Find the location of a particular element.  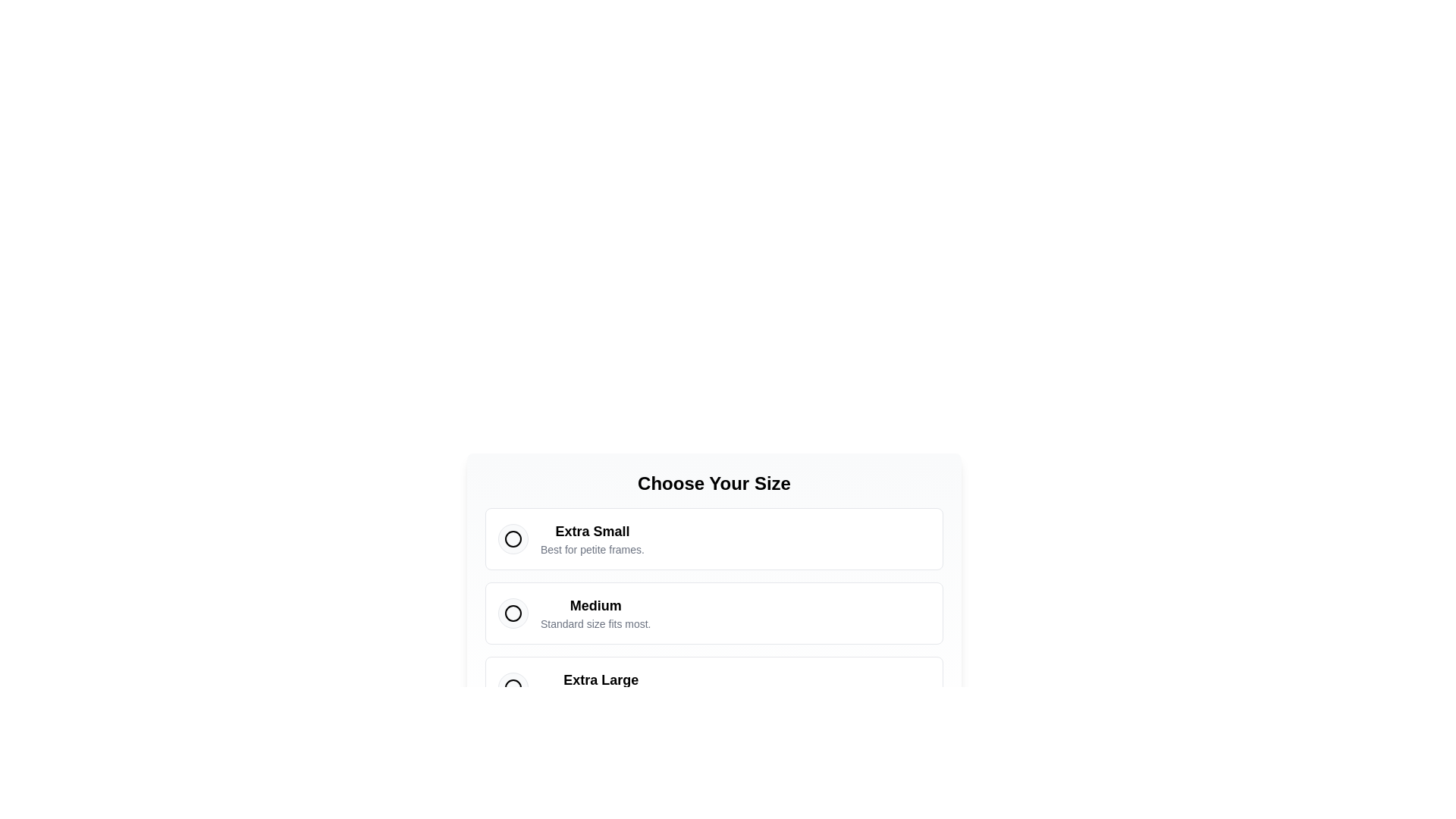

the graphical icon or indicator that represents a currently selected item, positioned first in a vertical list to the left of the text 'Extra Small' is located at coordinates (513, 538).